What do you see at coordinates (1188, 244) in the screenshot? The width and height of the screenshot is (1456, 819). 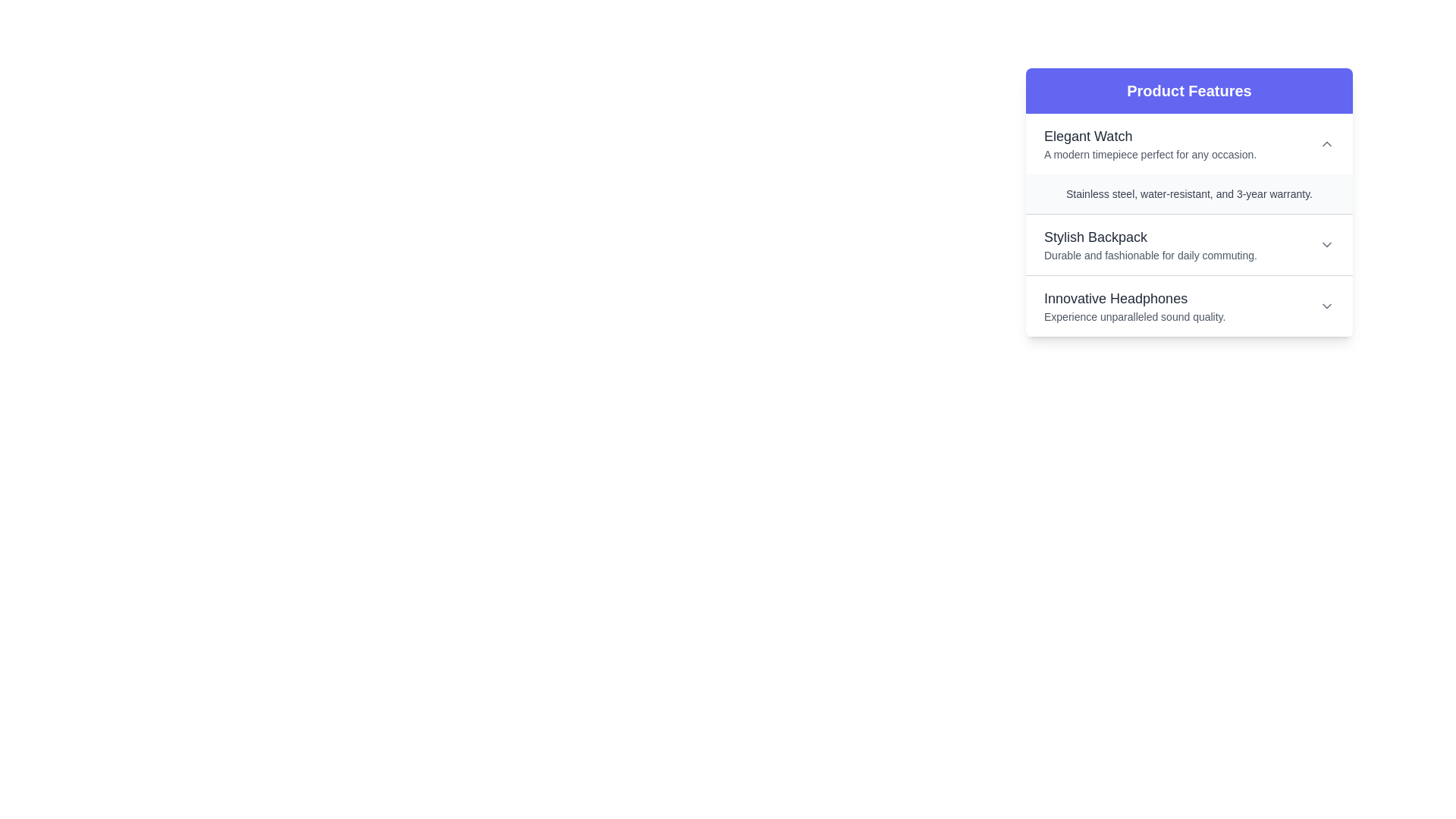 I see `the Interactive List Item labeled 'Stylish Backpack' for further actions` at bounding box center [1188, 244].